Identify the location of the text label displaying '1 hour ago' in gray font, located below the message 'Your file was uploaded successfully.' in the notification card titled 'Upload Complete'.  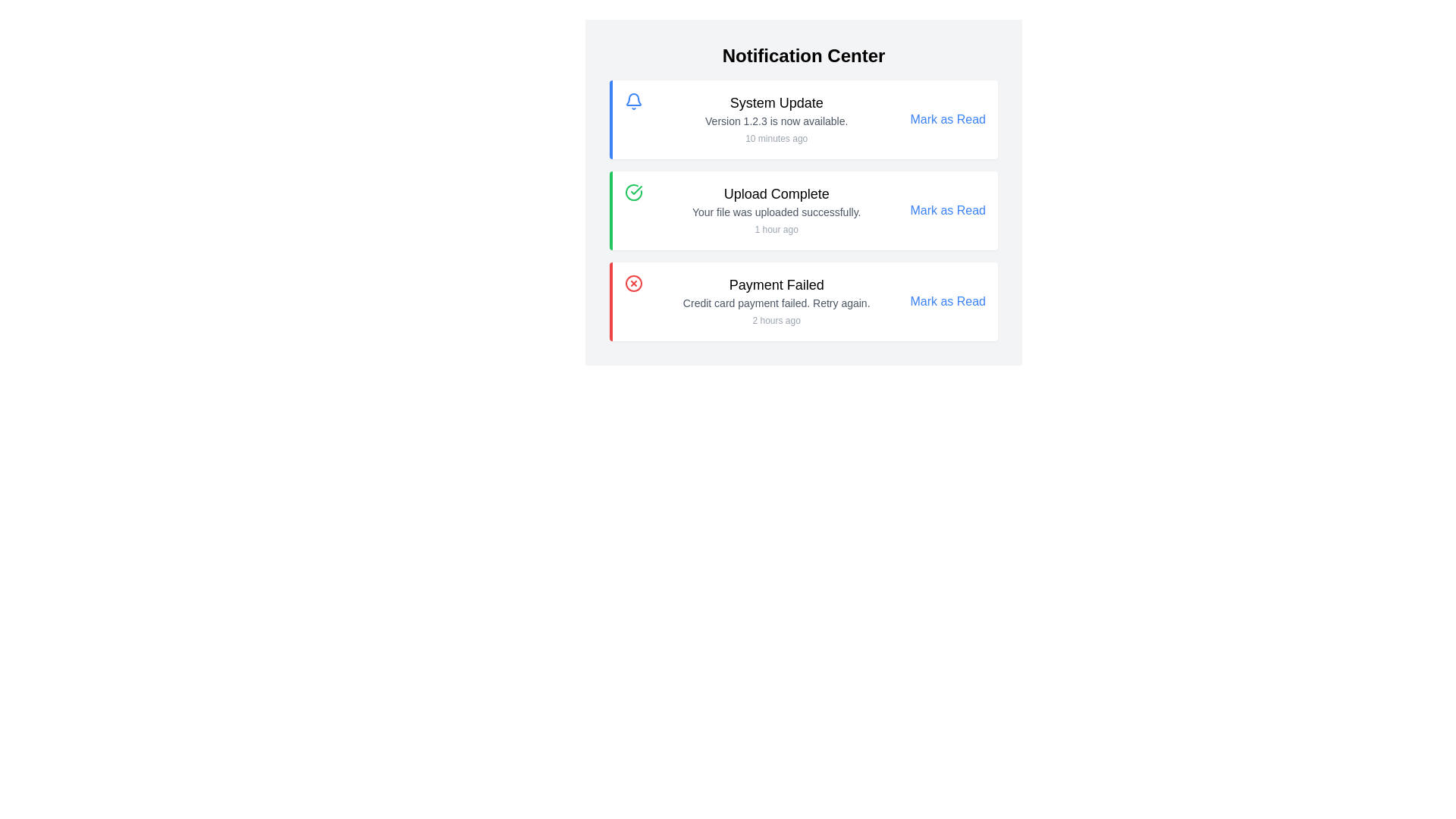
(777, 230).